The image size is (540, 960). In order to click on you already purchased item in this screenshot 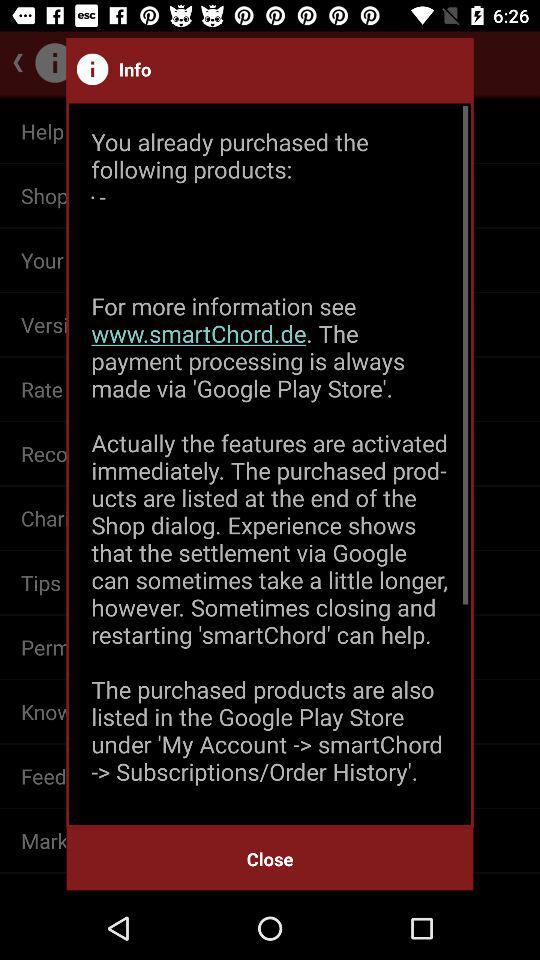, I will do `click(270, 464)`.